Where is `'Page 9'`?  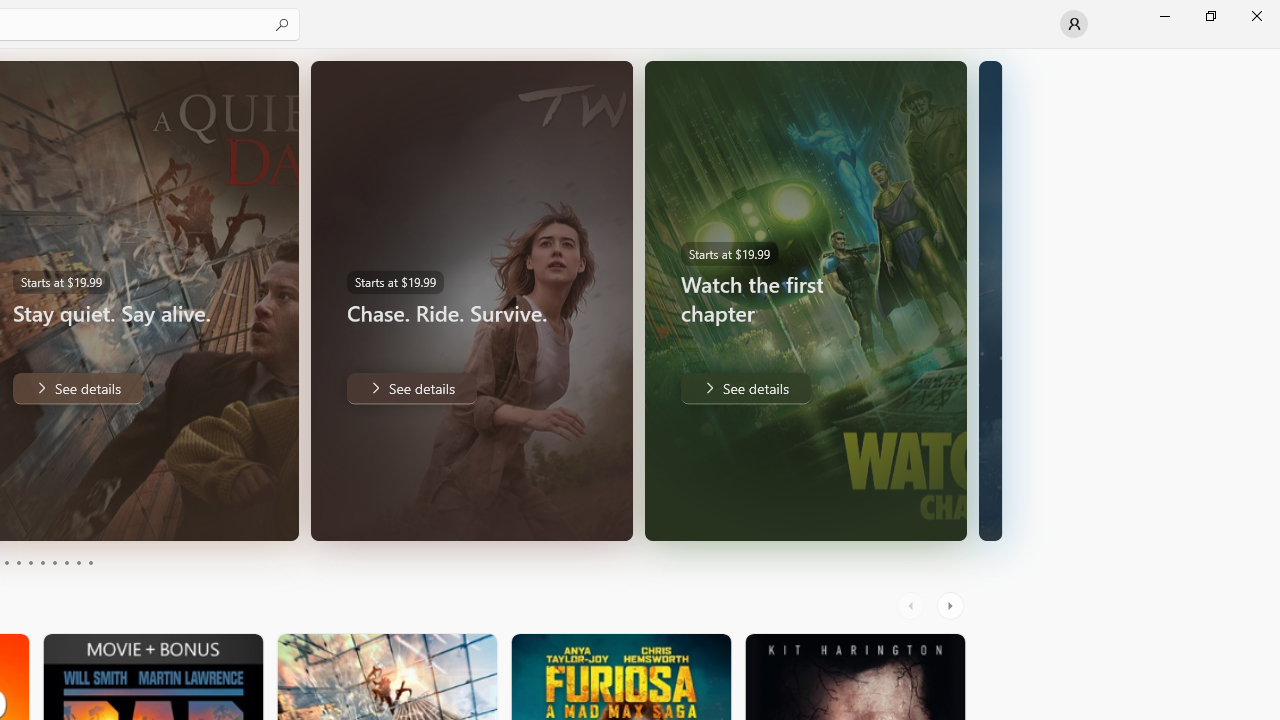
'Page 9' is located at coordinates (78, 563).